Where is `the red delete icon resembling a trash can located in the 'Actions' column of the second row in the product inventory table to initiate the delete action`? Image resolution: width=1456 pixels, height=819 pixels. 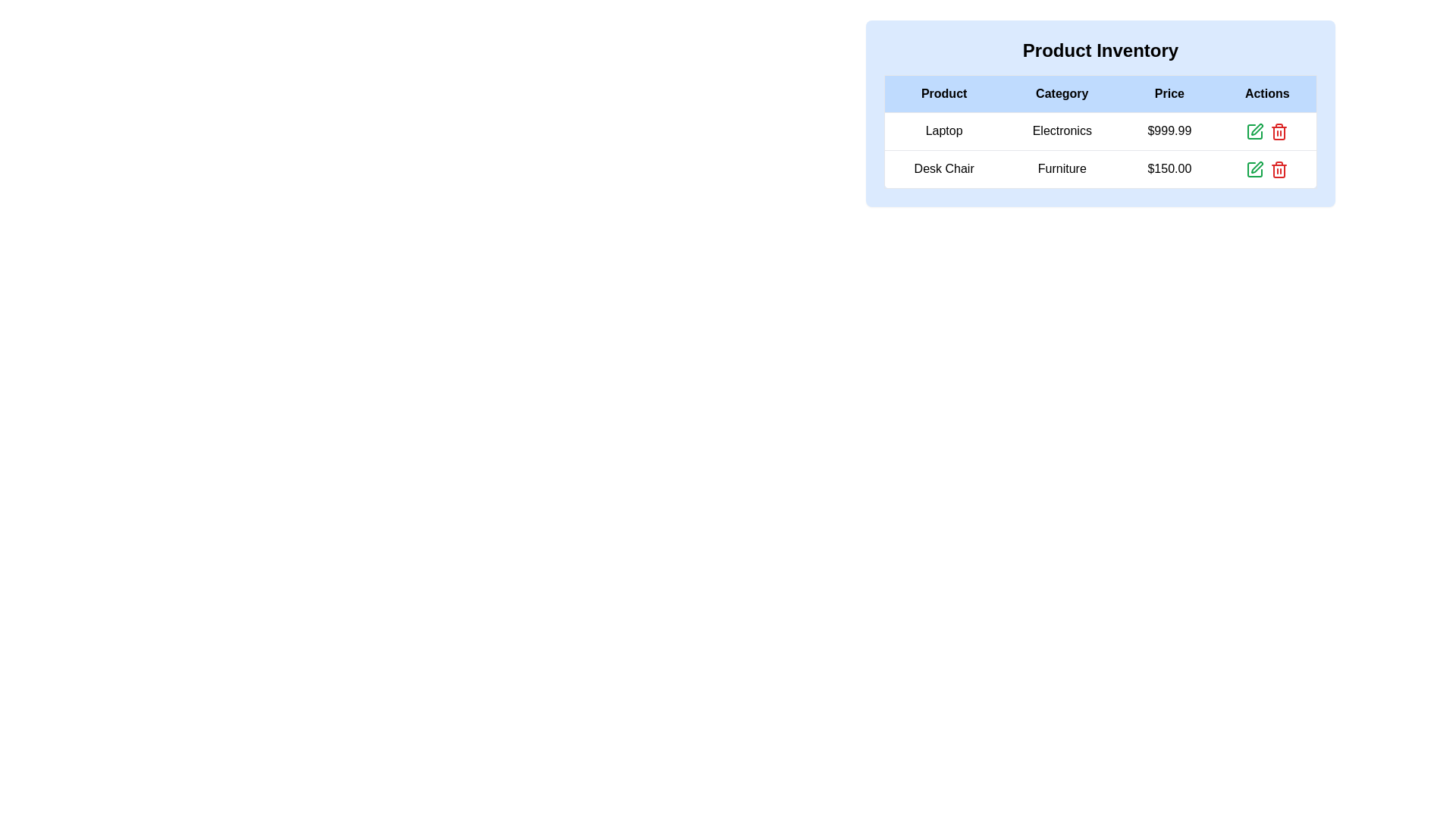 the red delete icon resembling a trash can located in the 'Actions' column of the second row in the product inventory table to initiate the delete action is located at coordinates (1279, 169).